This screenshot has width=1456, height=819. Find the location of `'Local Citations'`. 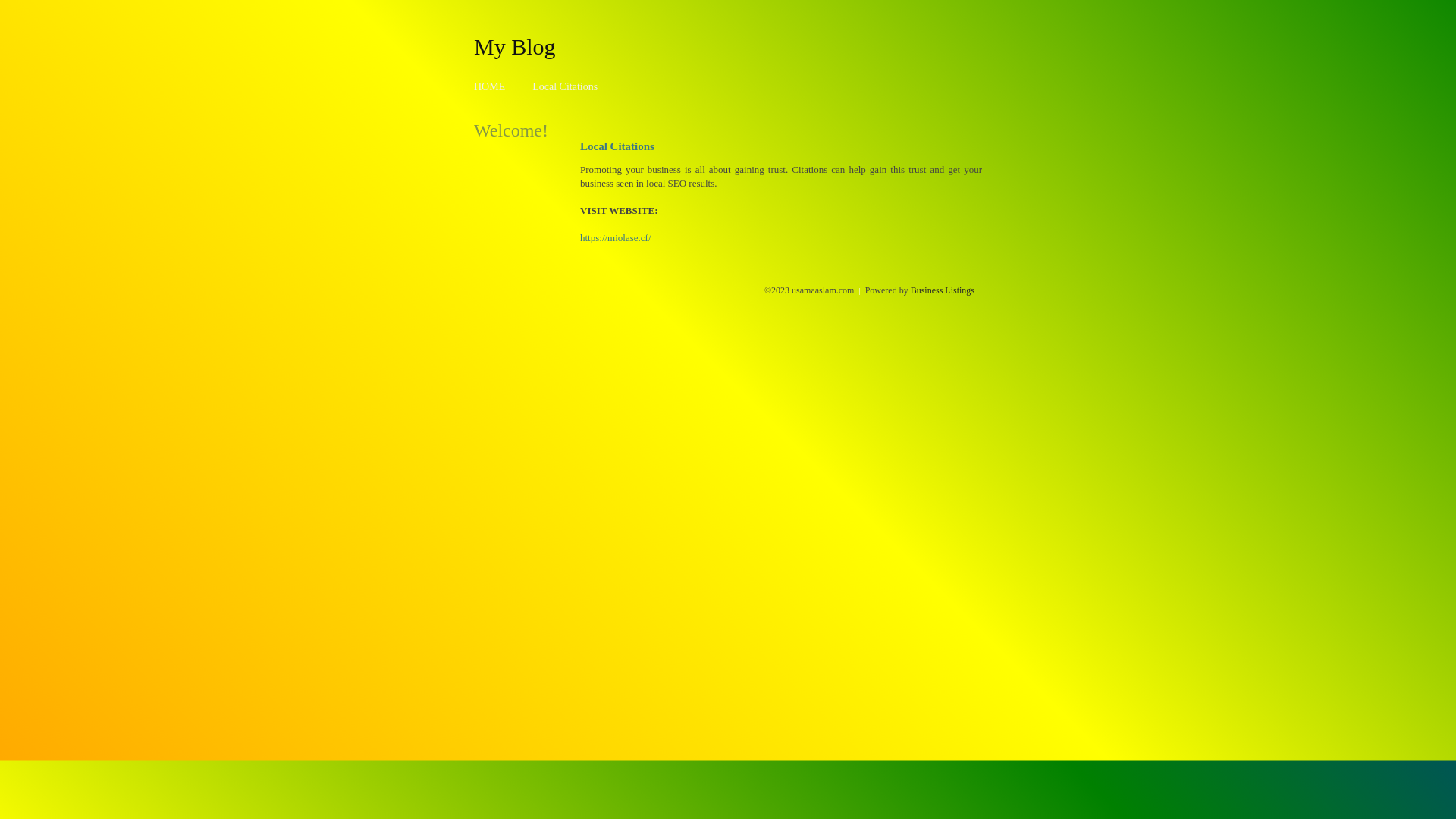

'Local Citations' is located at coordinates (563, 86).